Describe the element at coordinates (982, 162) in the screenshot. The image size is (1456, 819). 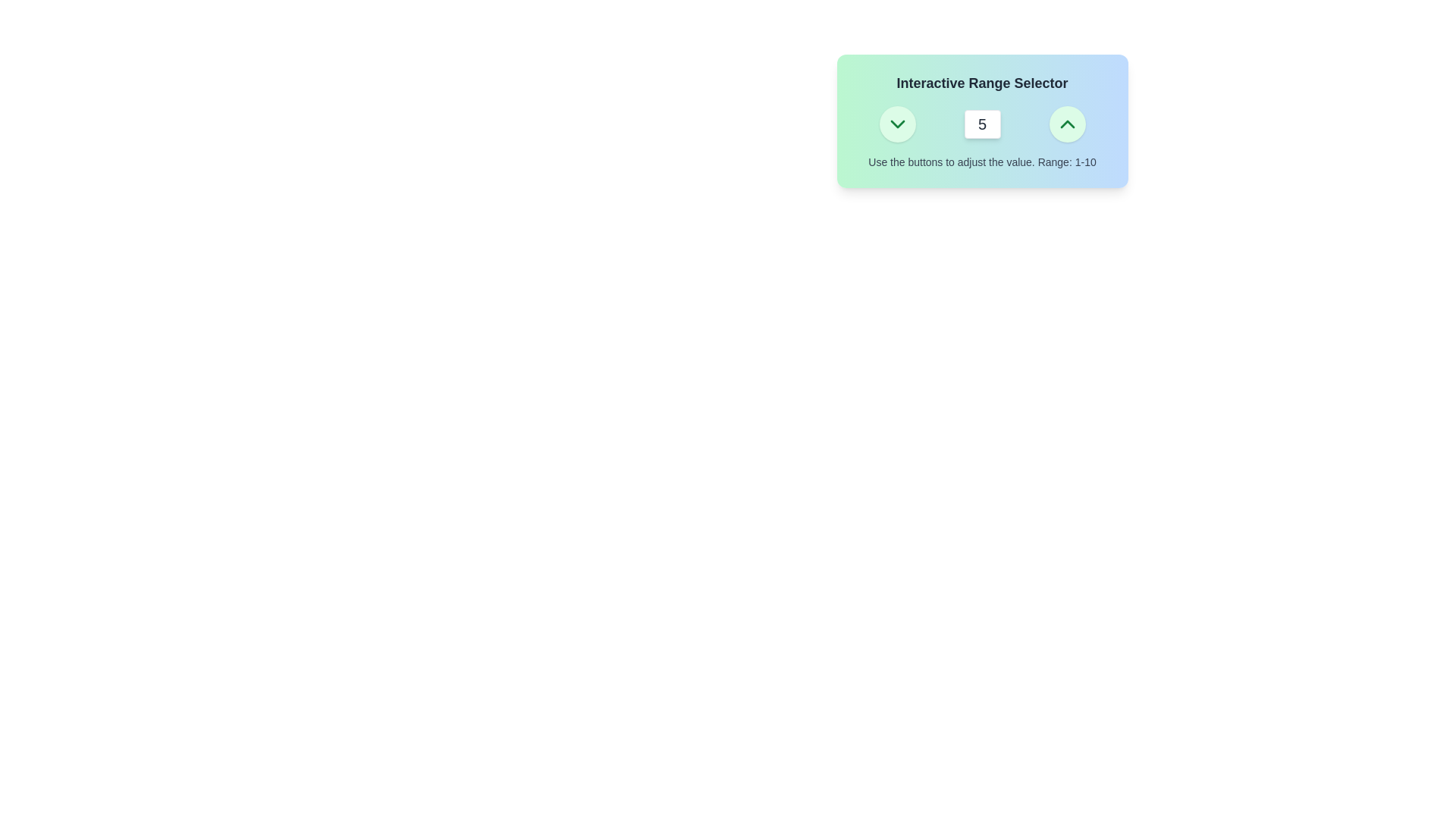
I see `the informative text element that reads, 'Use the buttons to adjust the value. Range: 1-10', which is styled in a small gray font and located beneath a numerical display within a gradient background card` at that location.